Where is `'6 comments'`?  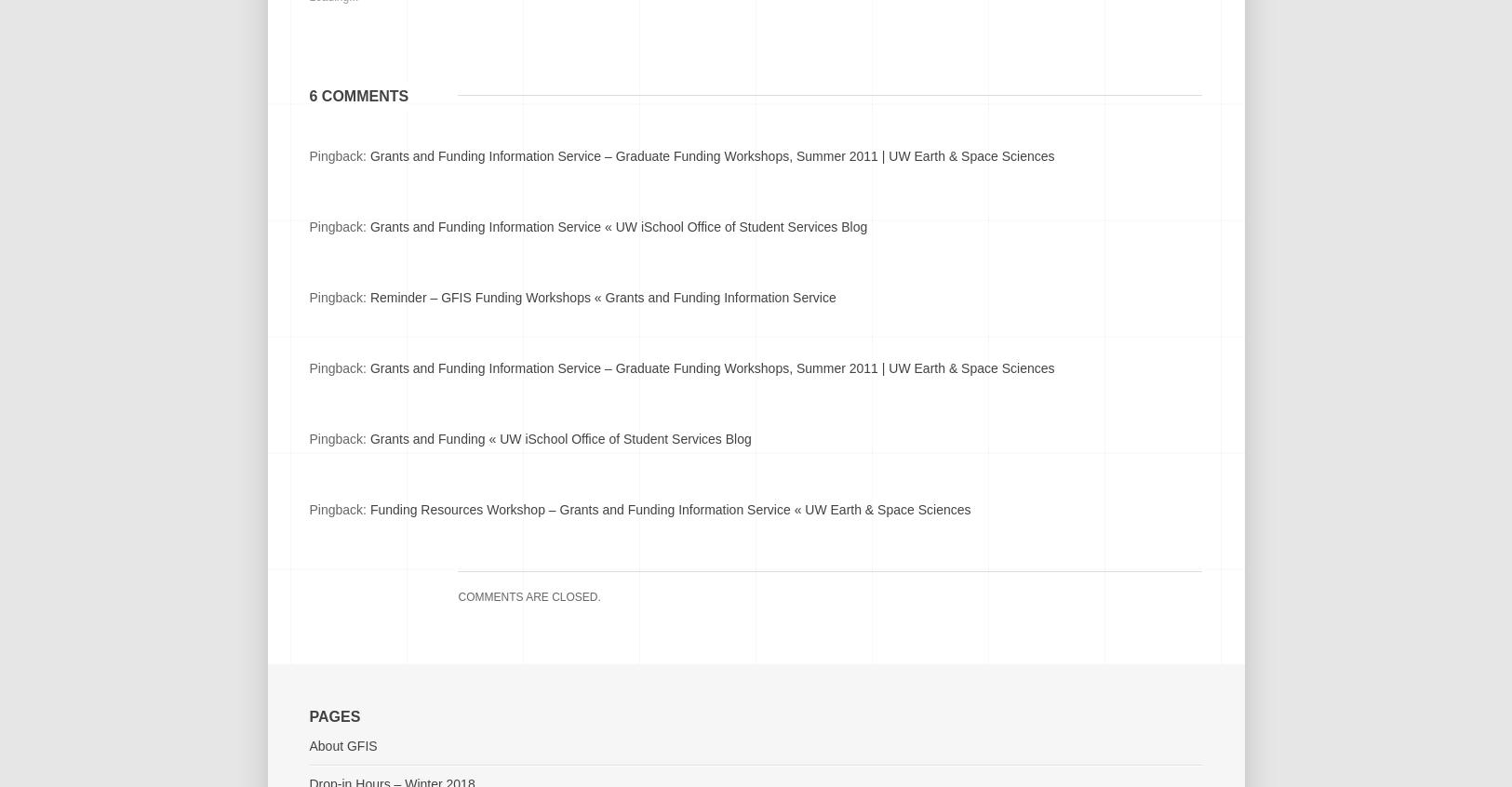 '6 comments' is located at coordinates (307, 96).